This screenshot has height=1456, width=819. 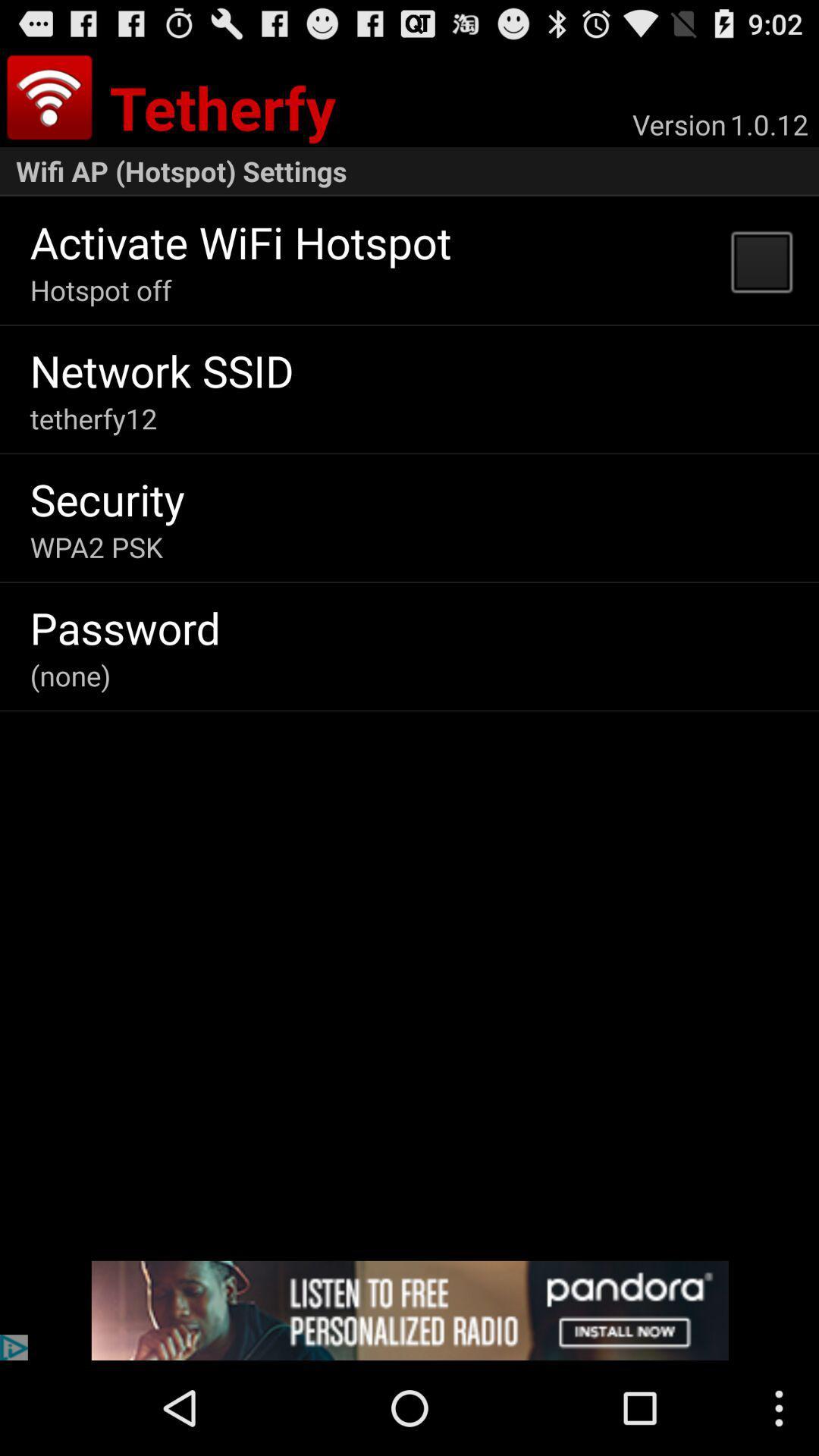 I want to click on the item above the (none) item, so click(x=124, y=627).